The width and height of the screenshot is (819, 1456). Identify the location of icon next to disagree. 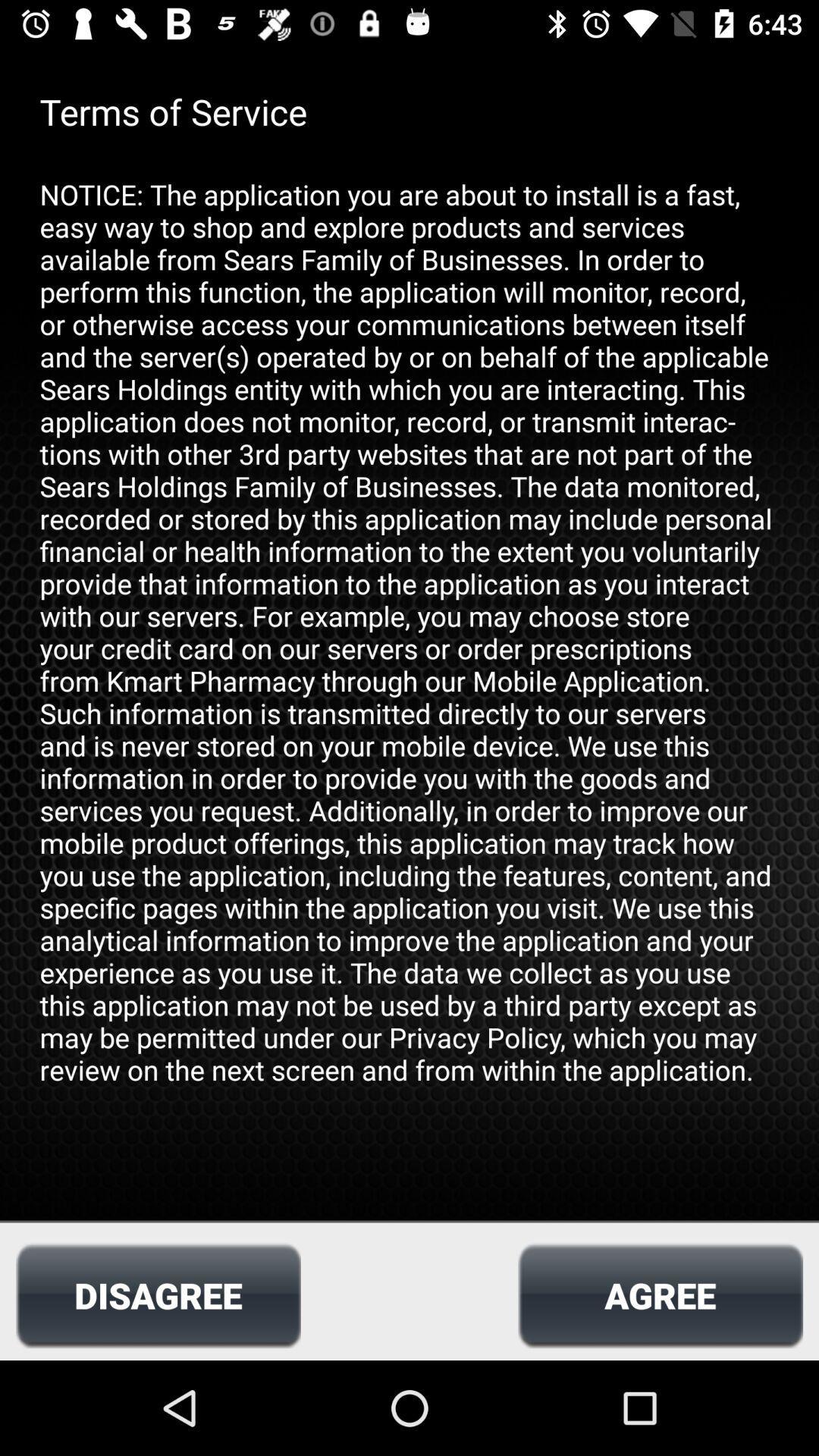
(660, 1294).